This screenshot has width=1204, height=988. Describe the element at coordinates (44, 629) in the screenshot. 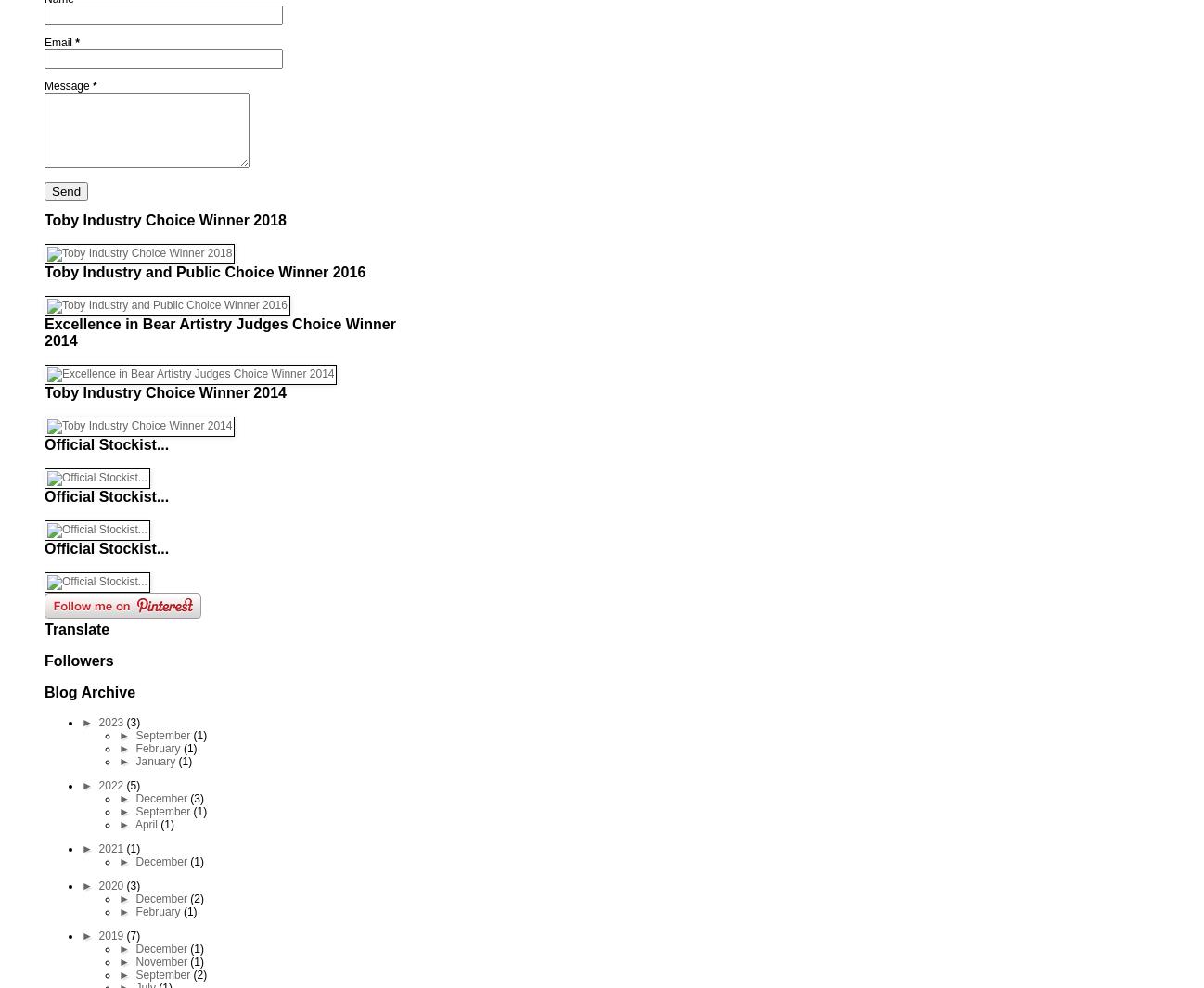

I see `'Translate'` at that location.